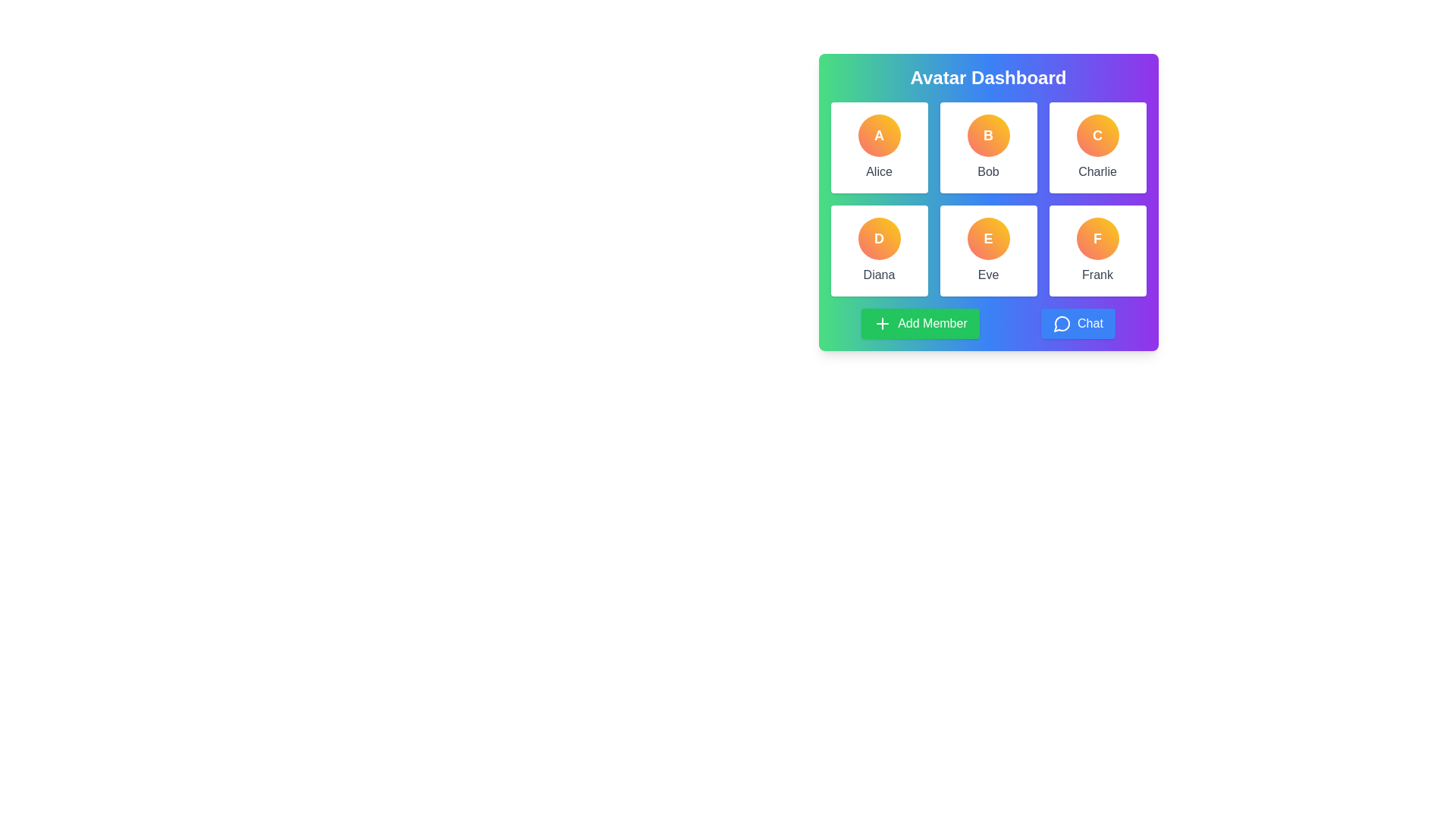  What do you see at coordinates (1097, 134) in the screenshot?
I see `the Avatar Icon representing 'Charlie' located in the top row, third column of the grid under 'Avatar Dashboard'` at bounding box center [1097, 134].